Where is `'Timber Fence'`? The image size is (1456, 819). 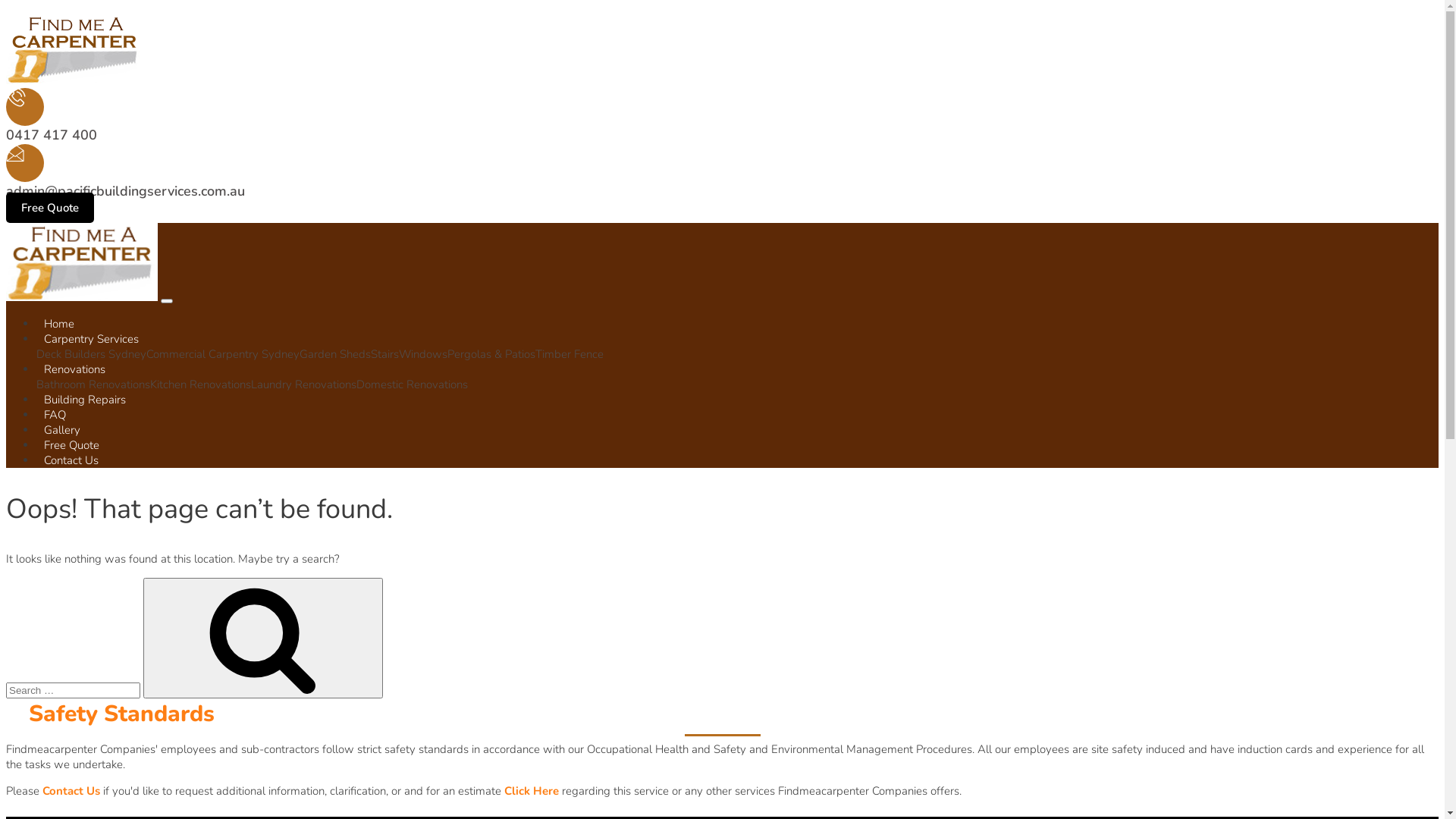 'Timber Fence' is located at coordinates (568, 353).